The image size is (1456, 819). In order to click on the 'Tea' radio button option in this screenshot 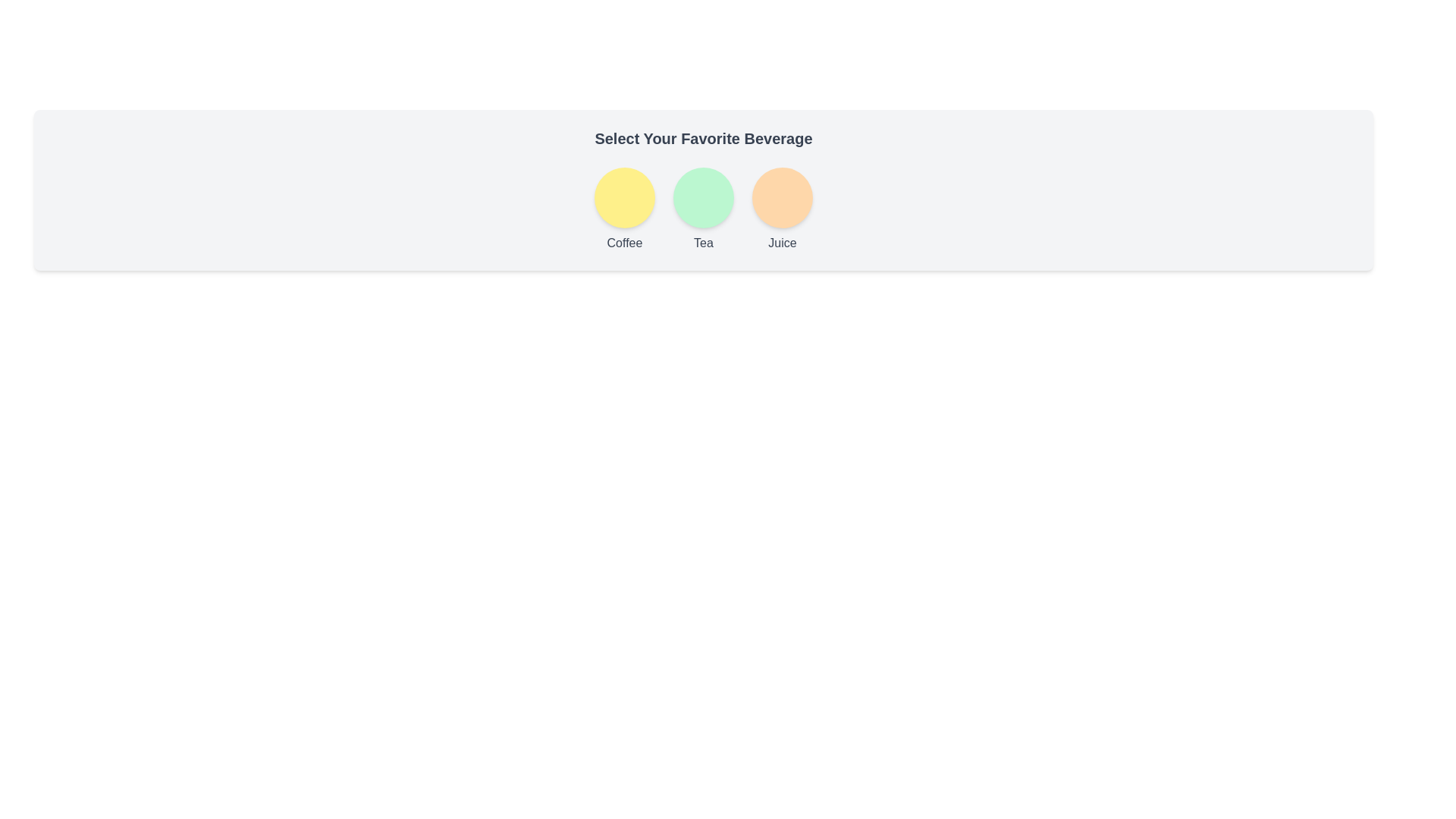, I will do `click(702, 207)`.